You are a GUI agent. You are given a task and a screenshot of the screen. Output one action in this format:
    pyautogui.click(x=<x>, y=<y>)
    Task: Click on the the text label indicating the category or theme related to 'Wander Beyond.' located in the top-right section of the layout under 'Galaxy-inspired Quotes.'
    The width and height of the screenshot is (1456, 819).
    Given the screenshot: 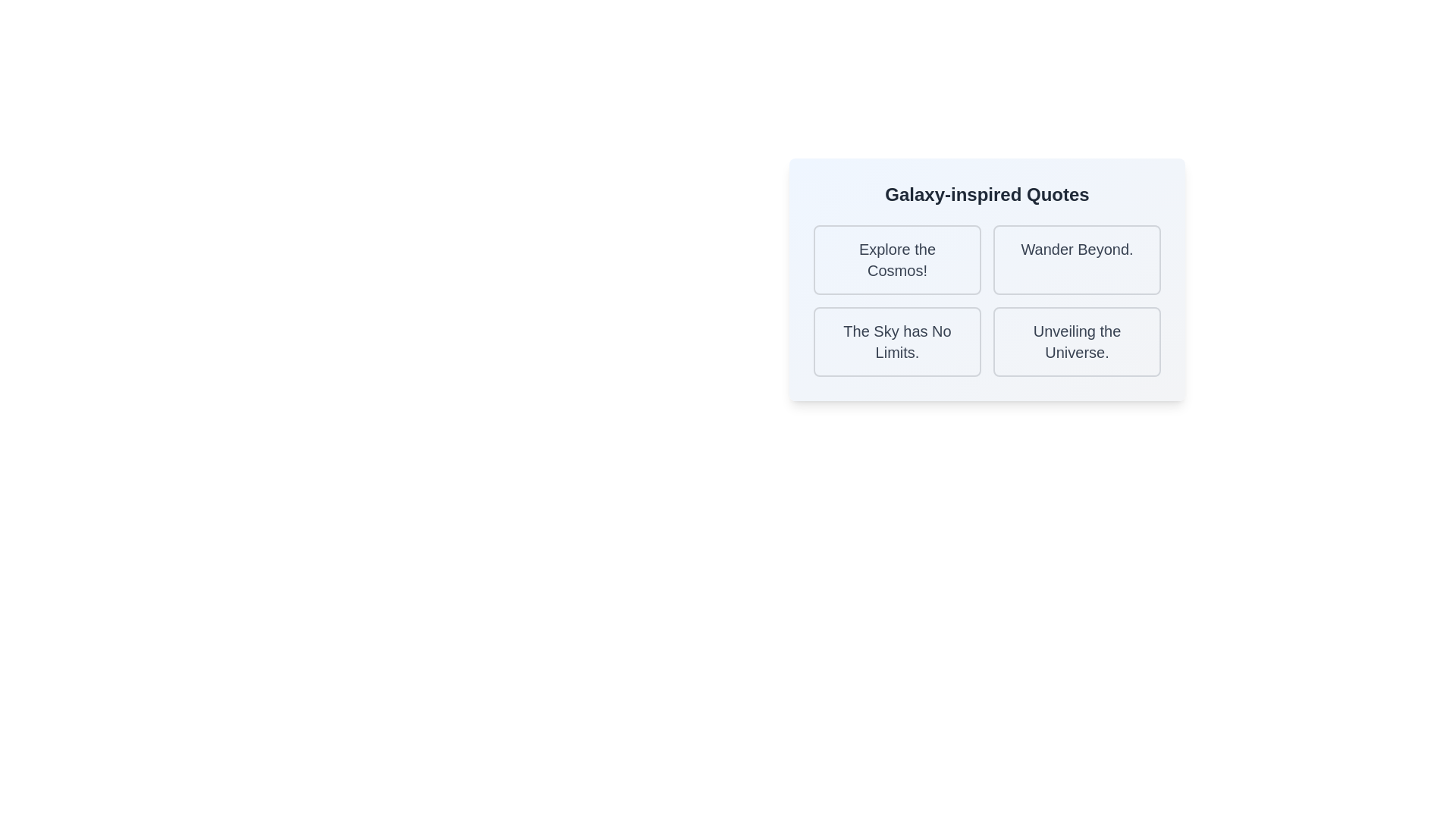 What is the action you would take?
    pyautogui.click(x=1076, y=248)
    